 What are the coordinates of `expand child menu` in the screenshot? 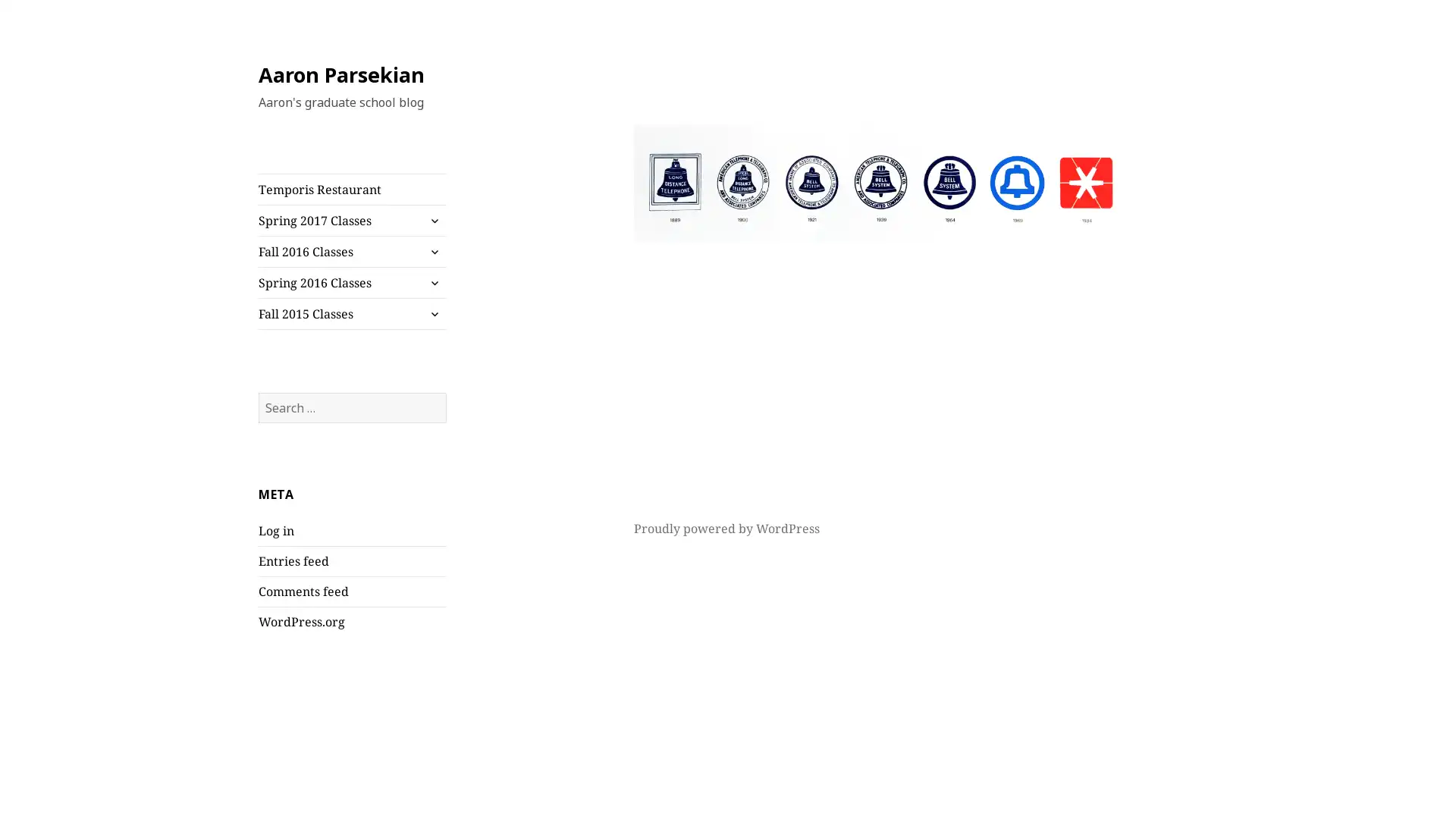 It's located at (432, 250).